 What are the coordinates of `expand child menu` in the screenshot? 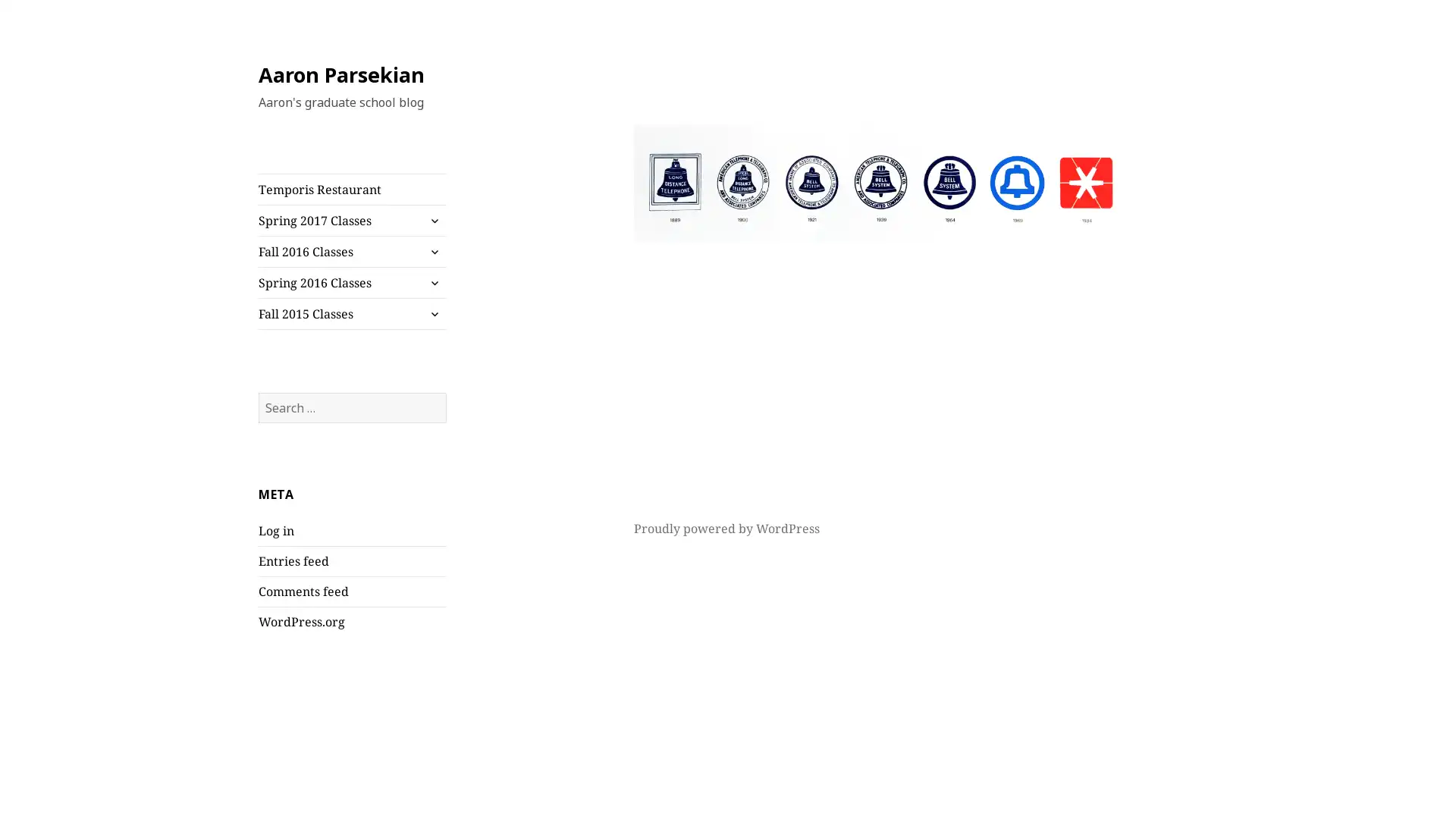 It's located at (432, 250).